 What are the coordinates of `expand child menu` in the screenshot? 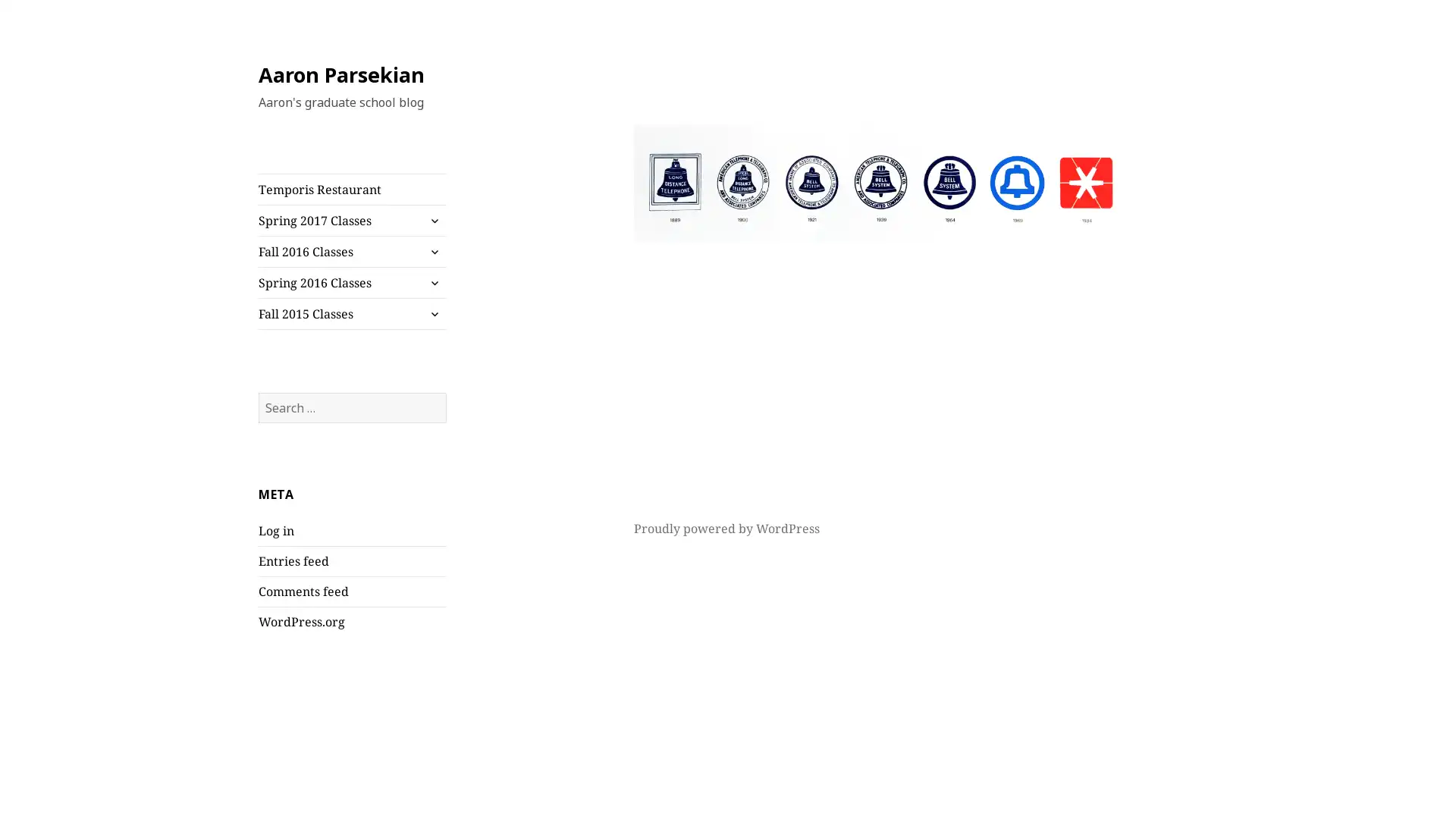 It's located at (432, 250).